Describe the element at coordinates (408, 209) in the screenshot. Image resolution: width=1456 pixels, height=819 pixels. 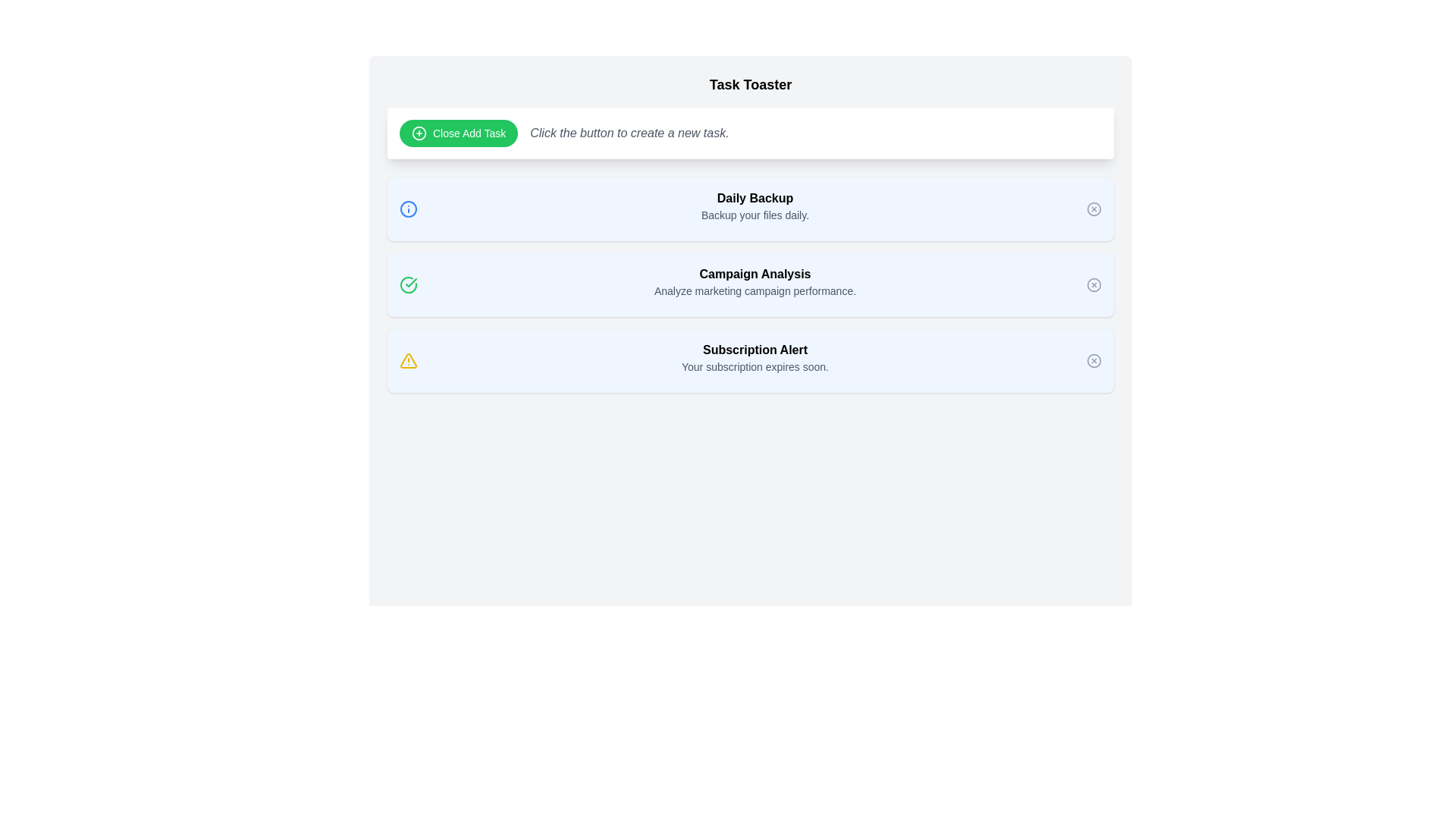
I see `the blue circular icon located at the head of the notification box titled 'Daily Backup', positioned to the left of the text contents` at that location.